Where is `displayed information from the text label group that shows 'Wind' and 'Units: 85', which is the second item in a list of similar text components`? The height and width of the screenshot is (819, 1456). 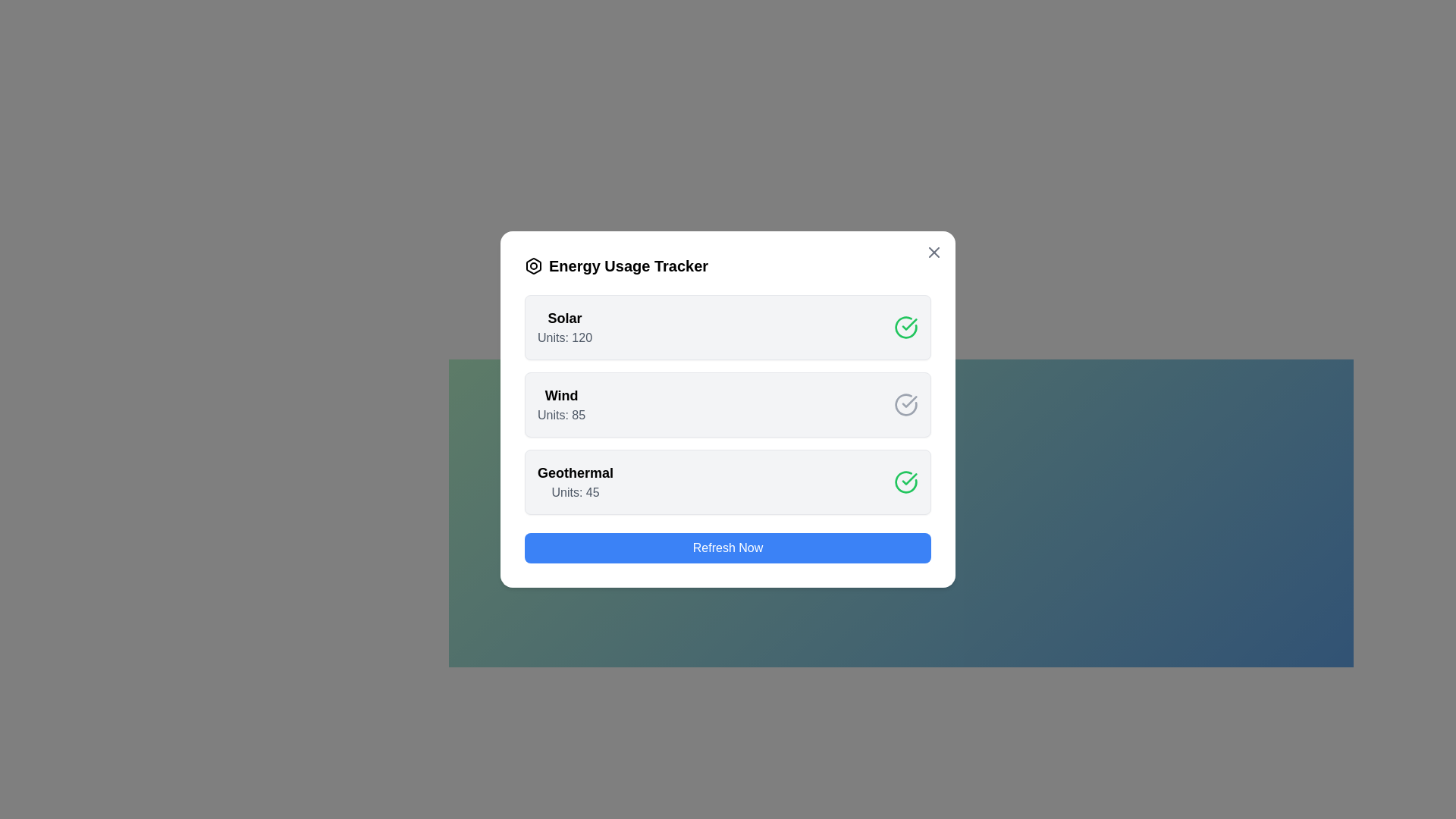
displayed information from the text label group that shows 'Wind' and 'Units: 85', which is the second item in a list of similar text components is located at coordinates (560, 403).